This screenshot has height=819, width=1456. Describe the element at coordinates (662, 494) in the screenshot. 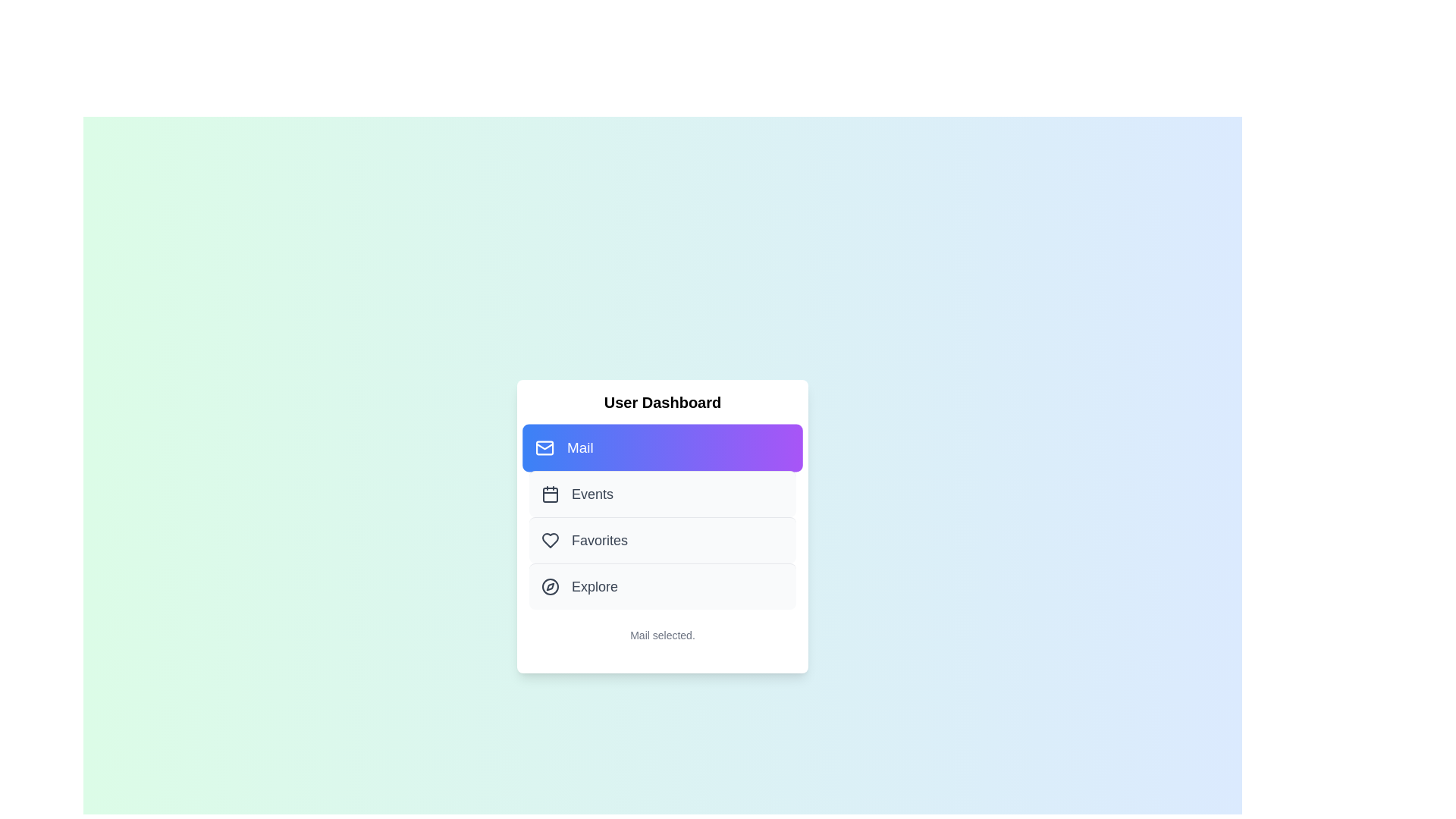

I see `the menu option labeled Events` at that location.